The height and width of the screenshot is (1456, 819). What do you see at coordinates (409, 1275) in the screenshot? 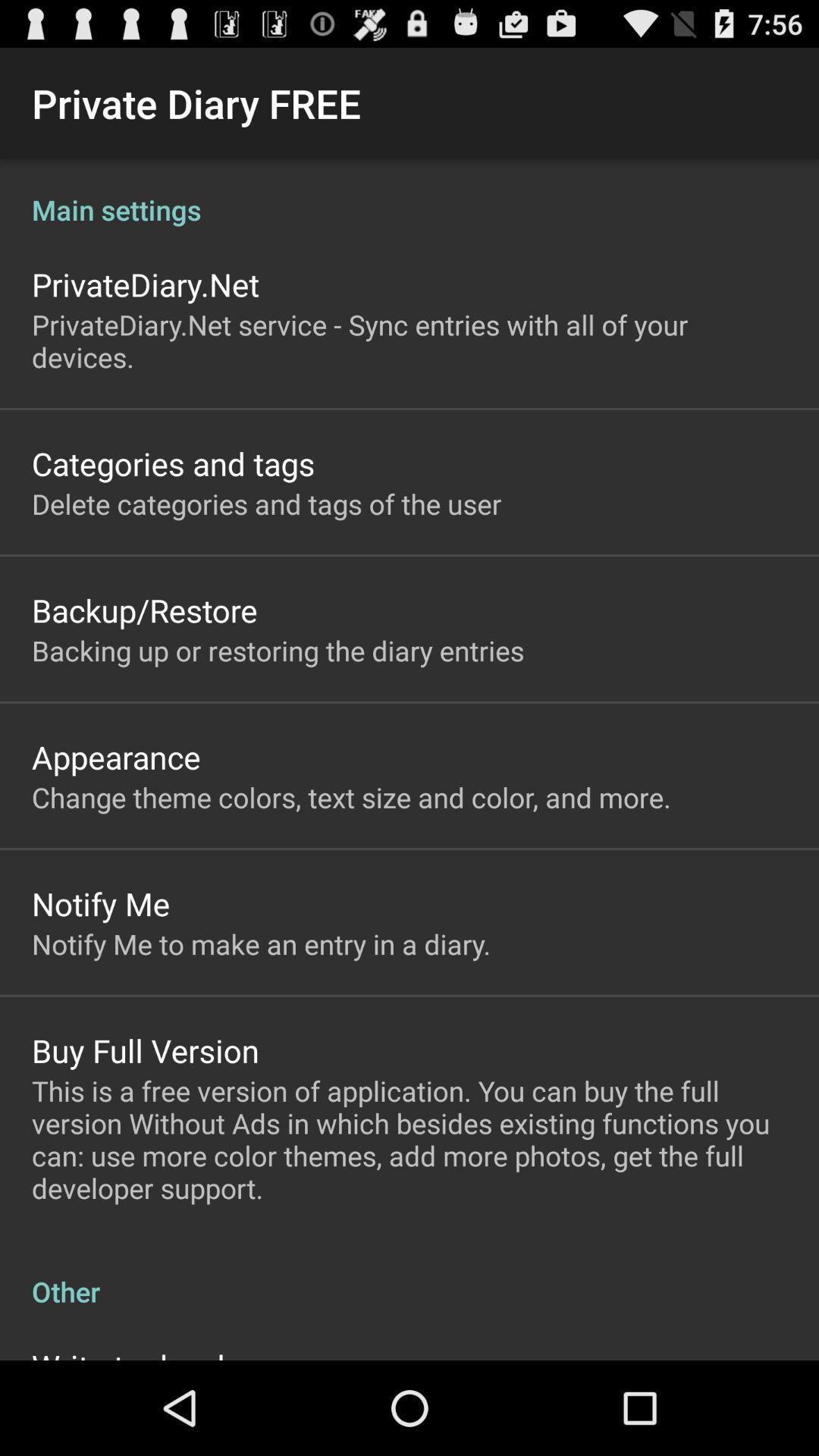
I see `icon above the write to developer app` at bounding box center [409, 1275].